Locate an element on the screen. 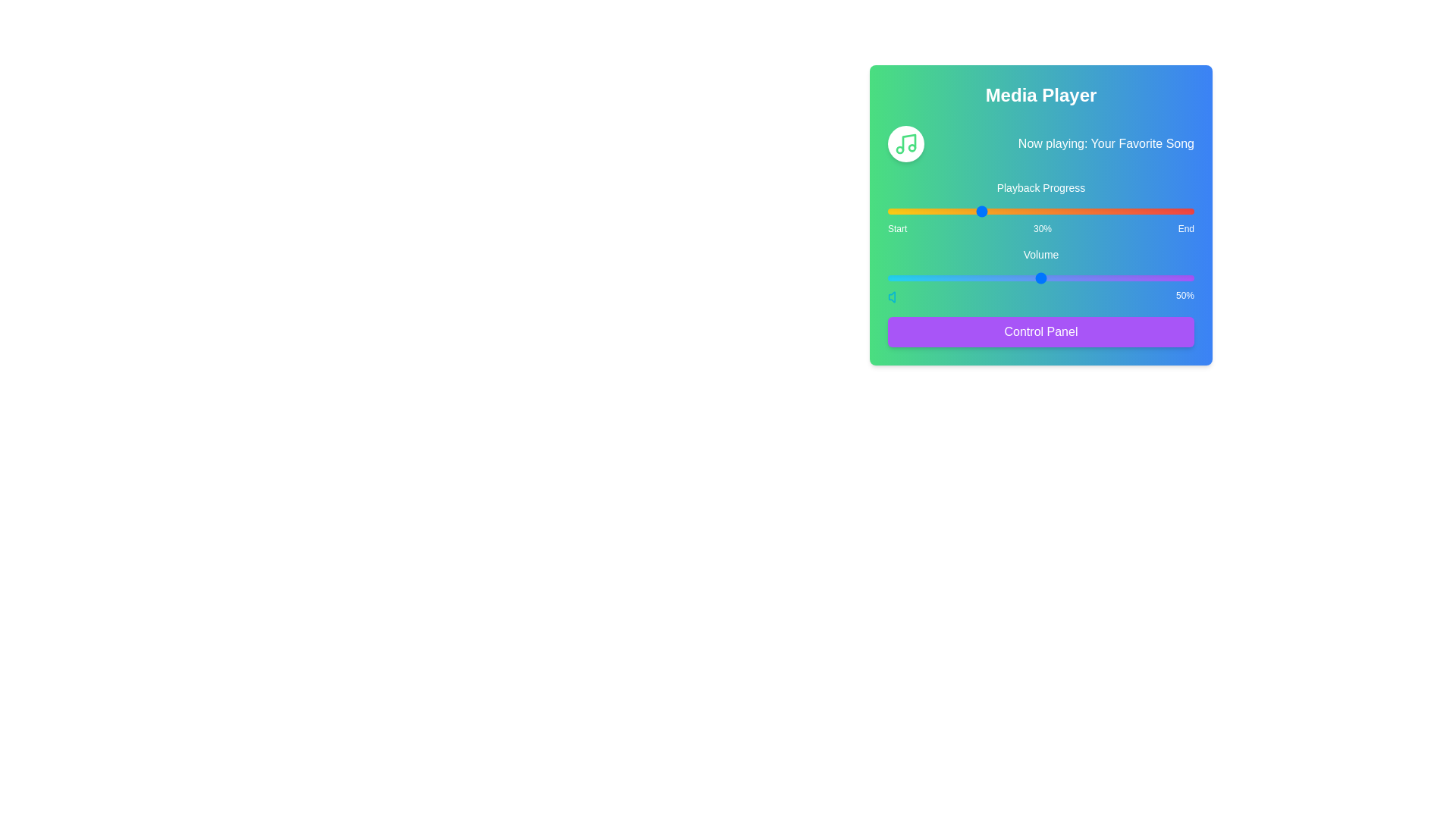 This screenshot has width=1456, height=819. the volume slider to 58% is located at coordinates (1065, 278).